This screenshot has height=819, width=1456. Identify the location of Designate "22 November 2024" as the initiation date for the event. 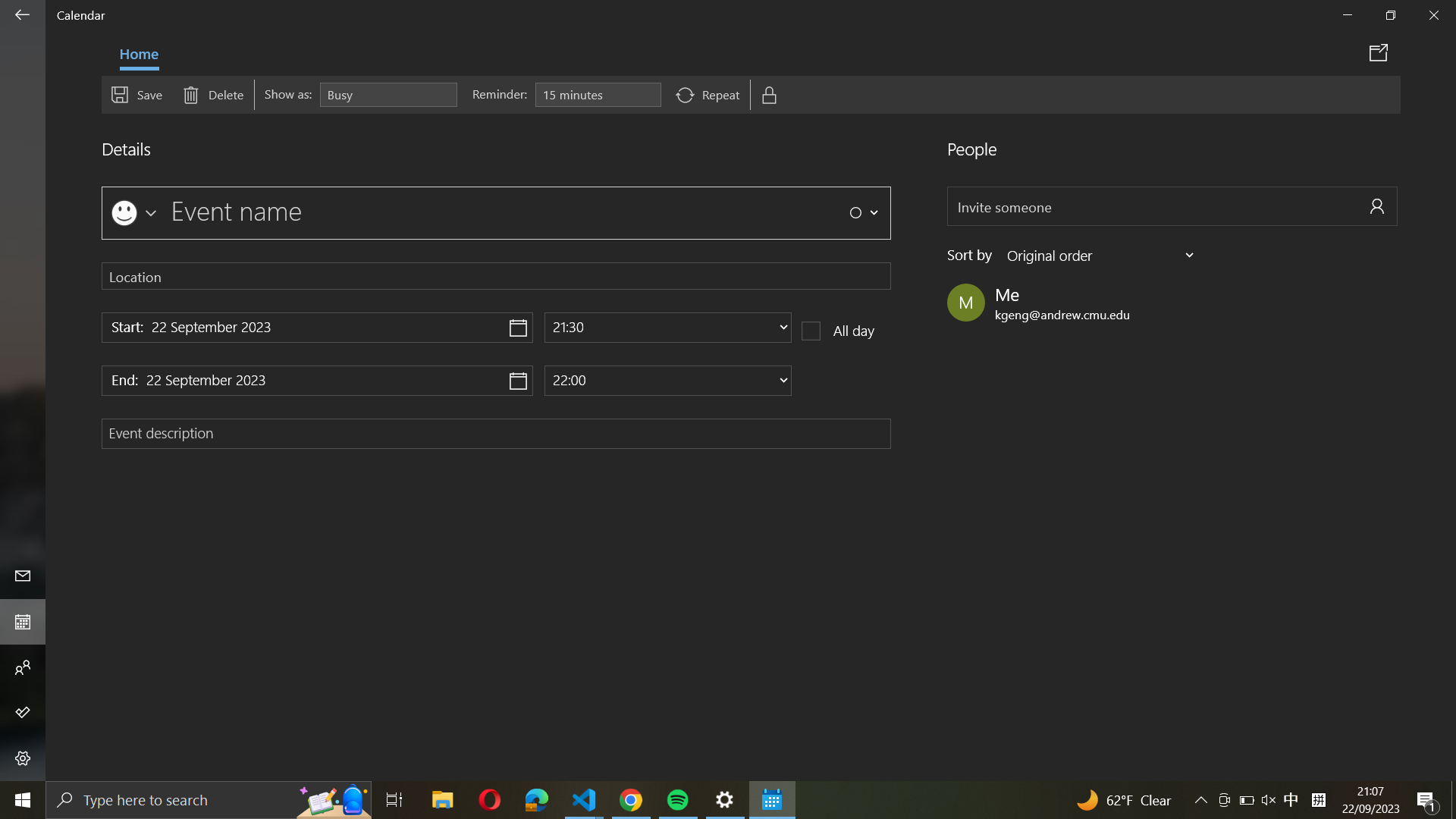
(316, 327).